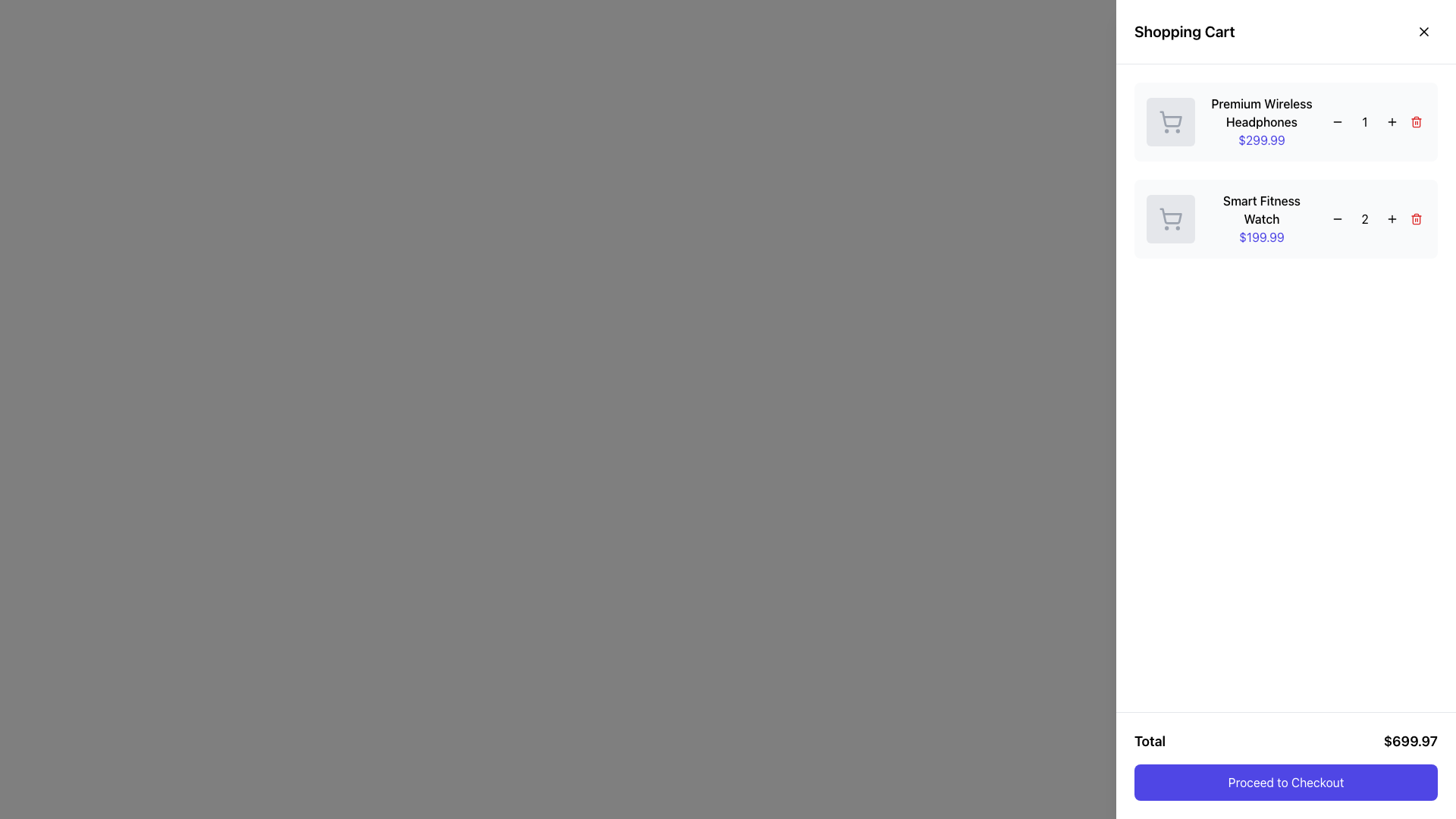  Describe the element at coordinates (1392, 121) in the screenshot. I see `the button to increase the quantity of 'Premium Wireless Headphones' in the shopping cart, located to the immediate right of the quantity value` at that location.